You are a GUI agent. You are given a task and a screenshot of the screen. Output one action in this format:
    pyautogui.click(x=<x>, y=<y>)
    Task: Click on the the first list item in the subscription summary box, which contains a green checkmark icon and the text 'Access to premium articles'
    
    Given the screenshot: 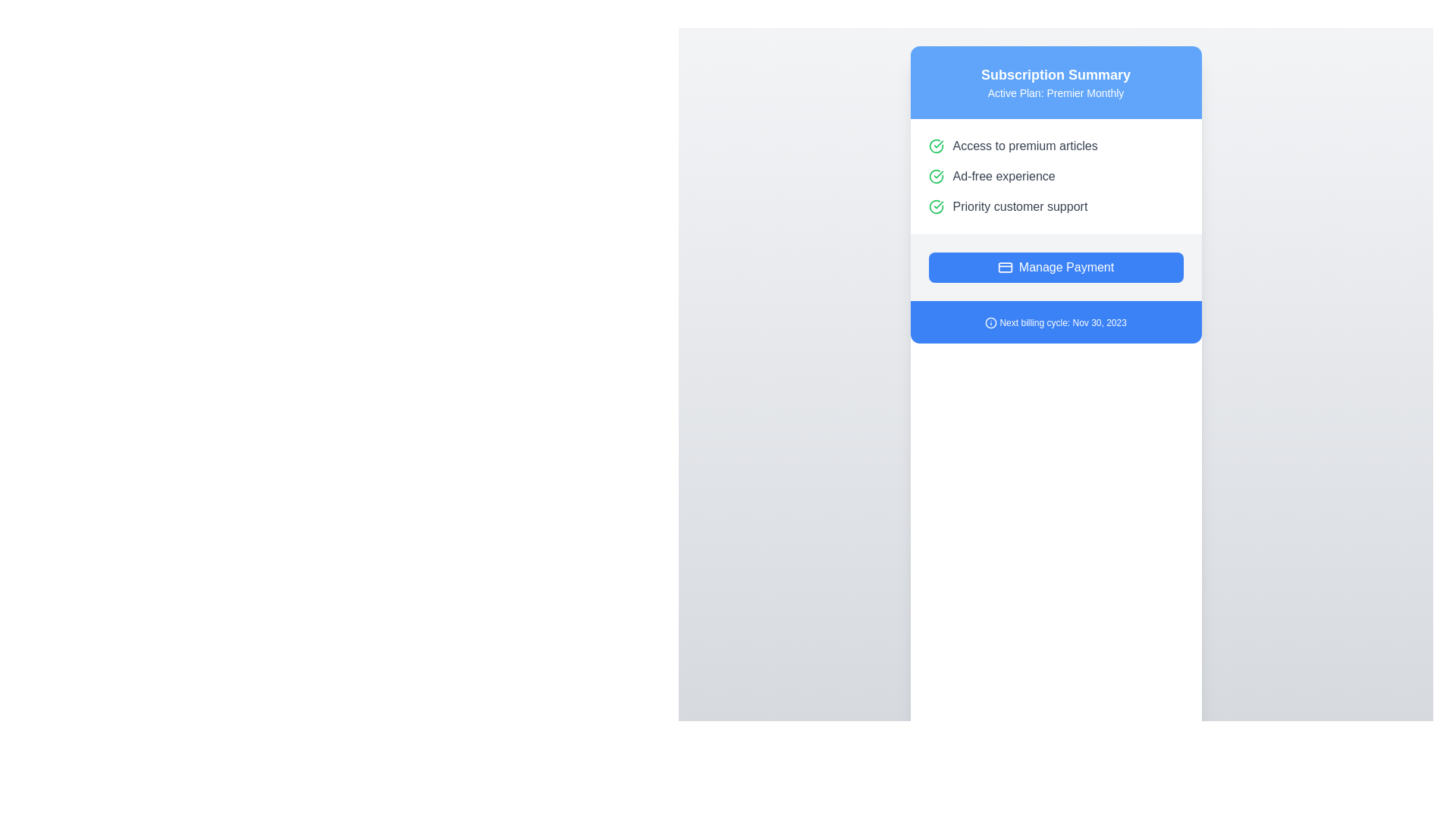 What is the action you would take?
    pyautogui.click(x=1055, y=146)
    